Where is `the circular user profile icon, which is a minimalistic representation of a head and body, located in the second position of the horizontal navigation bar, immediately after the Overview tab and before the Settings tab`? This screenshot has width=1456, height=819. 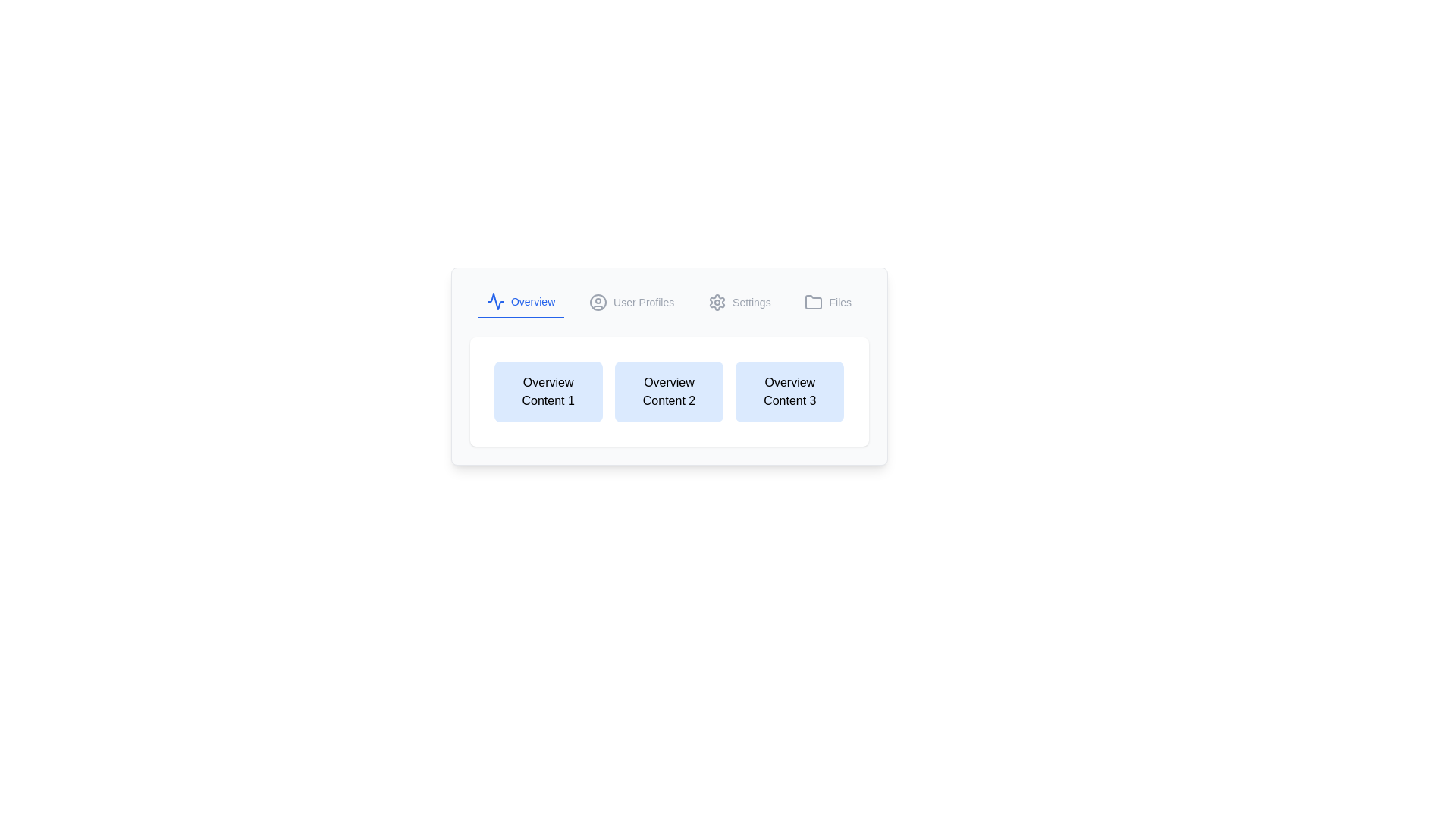
the circular user profile icon, which is a minimalistic representation of a head and body, located in the second position of the horizontal navigation bar, immediately after the Overview tab and before the Settings tab is located at coordinates (598, 302).